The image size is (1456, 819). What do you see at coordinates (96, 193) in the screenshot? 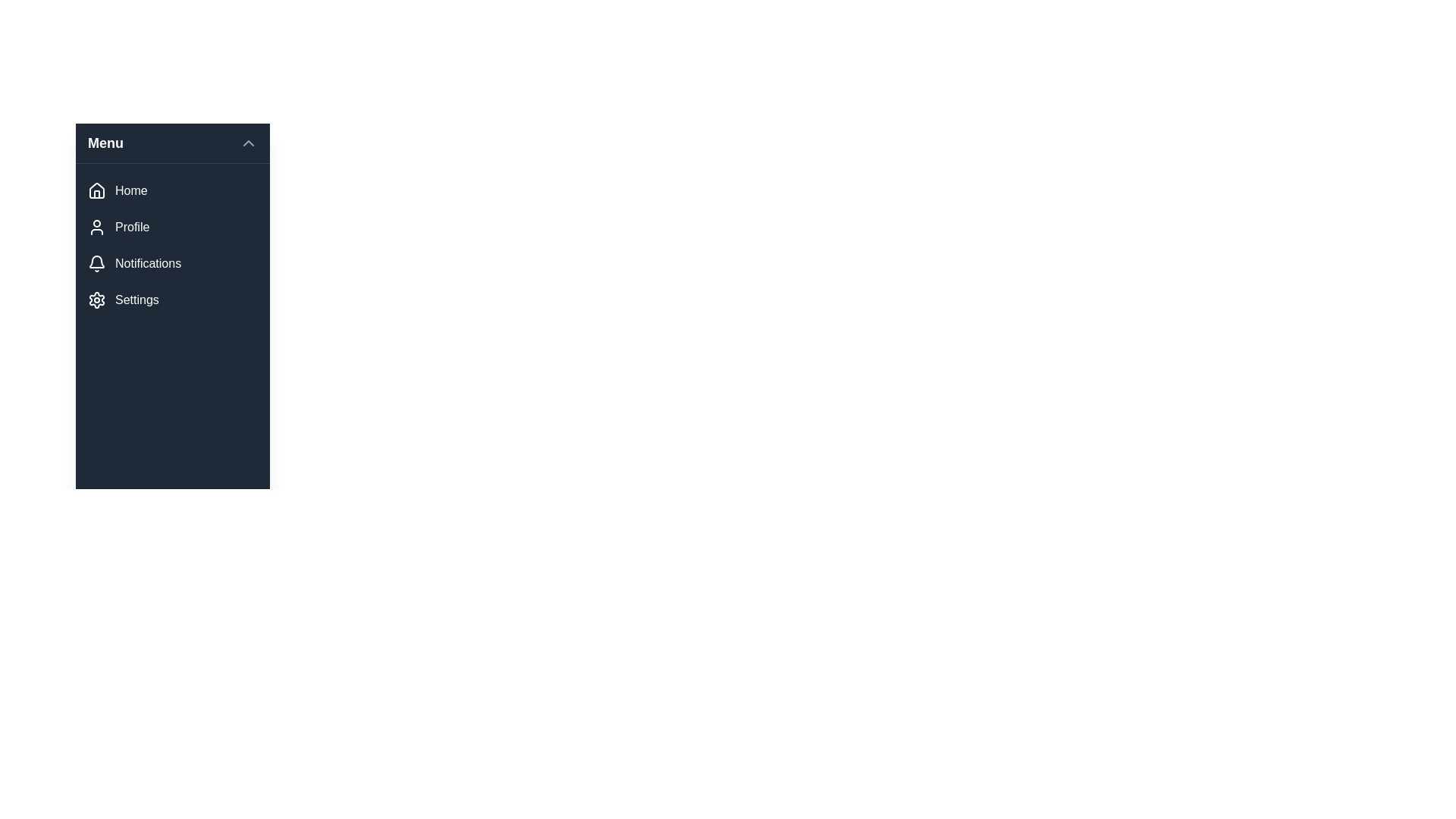
I see `the door icon of the house located in the vertical sidebar menu next to the 'Home' label` at bounding box center [96, 193].